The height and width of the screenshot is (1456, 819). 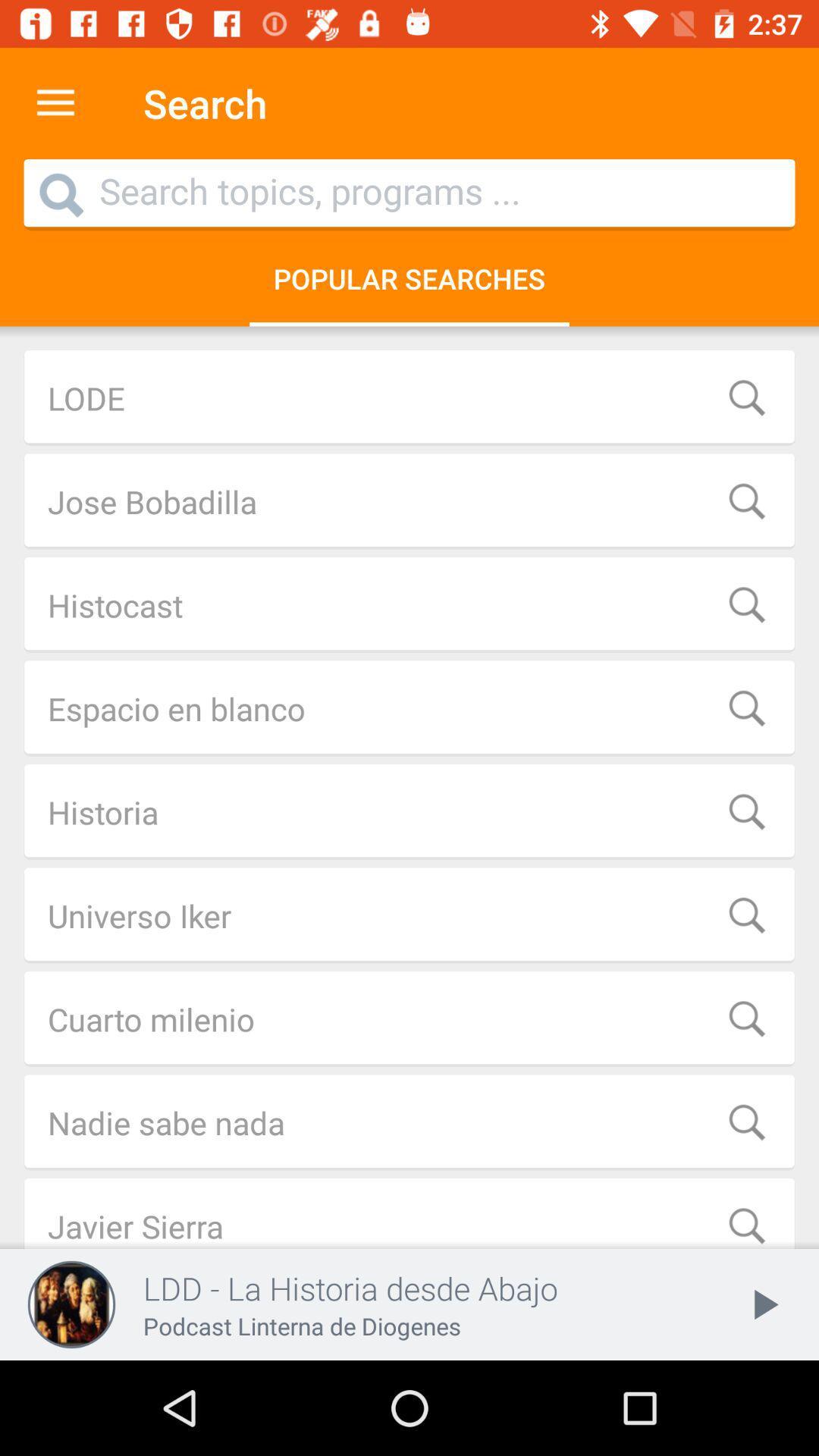 I want to click on the play icon, so click(x=763, y=1304).